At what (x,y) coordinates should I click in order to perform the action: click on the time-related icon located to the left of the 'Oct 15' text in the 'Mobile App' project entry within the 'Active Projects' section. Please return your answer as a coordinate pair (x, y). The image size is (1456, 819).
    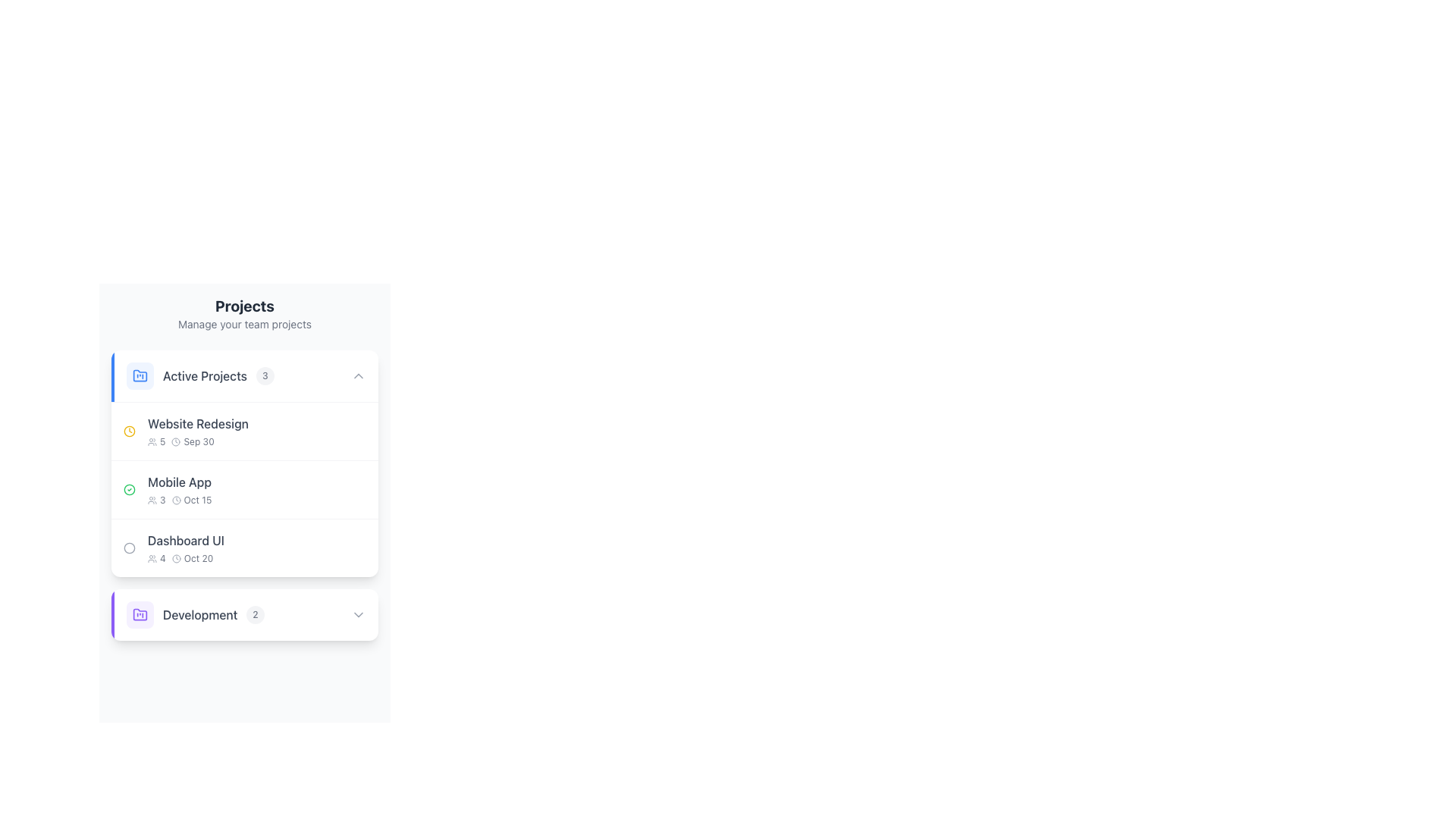
    Looking at the image, I should click on (176, 500).